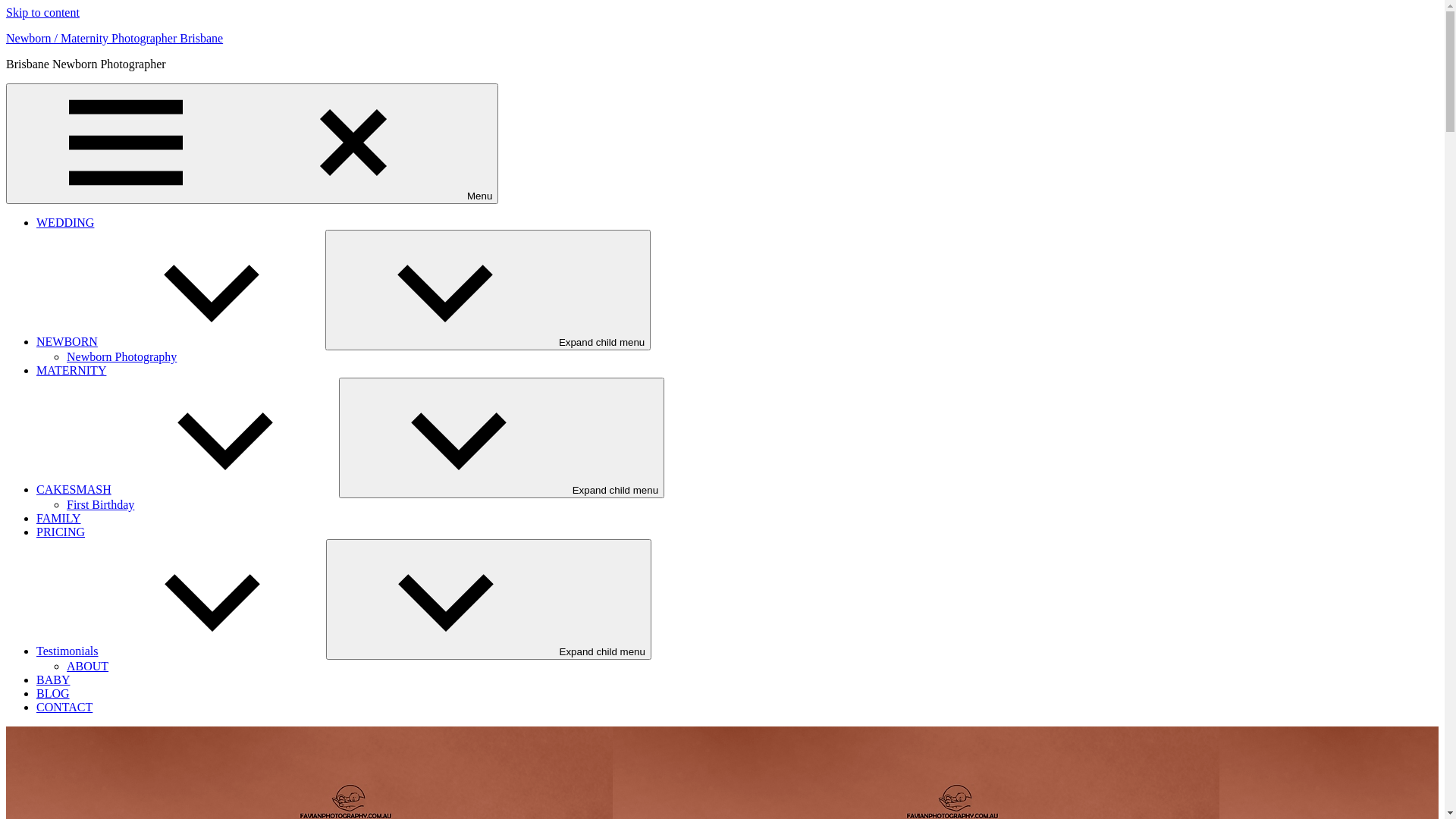 The width and height of the screenshot is (1456, 819). Describe the element at coordinates (501, 438) in the screenshot. I see `'Expand child menu'` at that location.